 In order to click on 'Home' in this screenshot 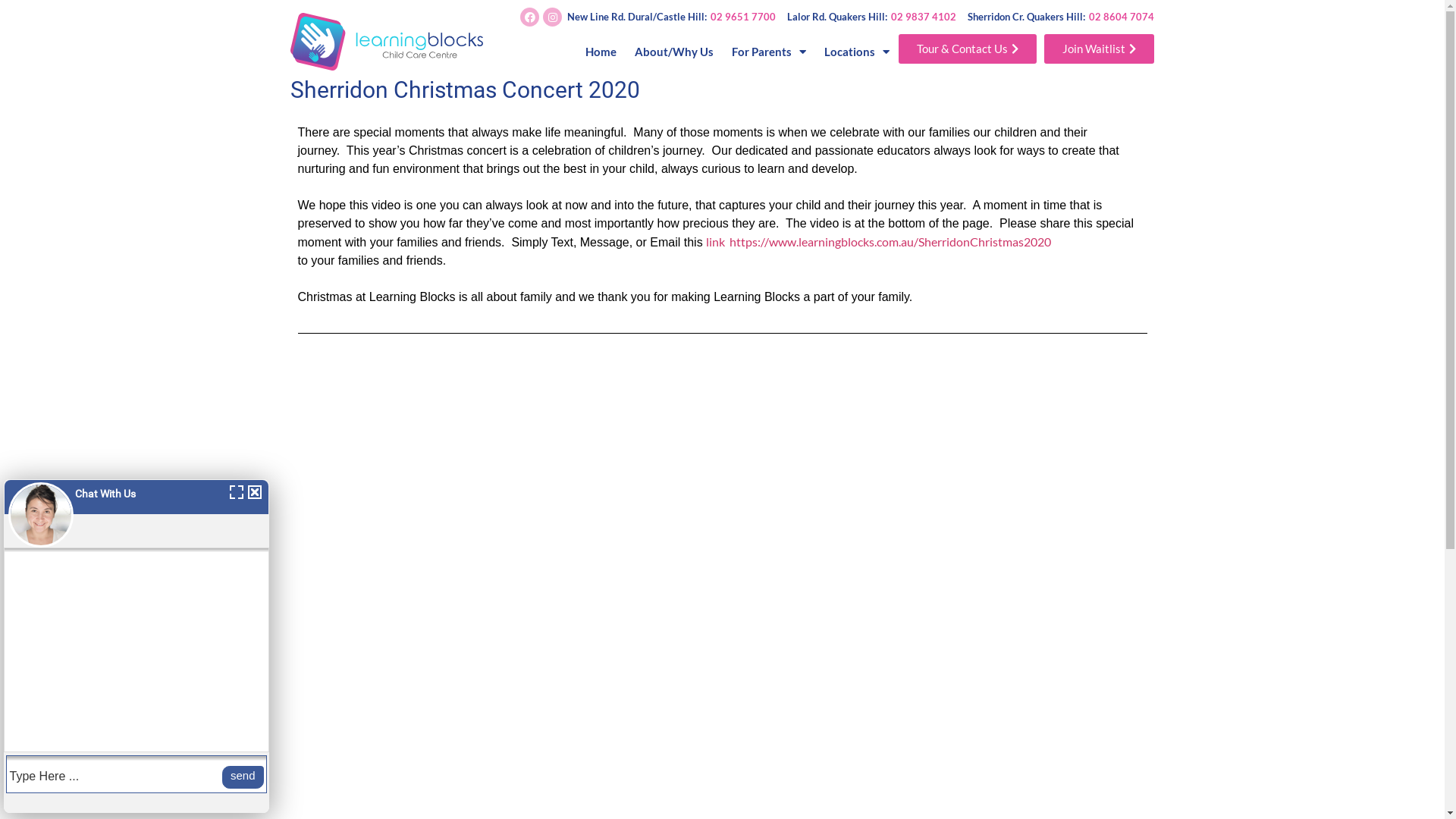, I will do `click(600, 51)`.